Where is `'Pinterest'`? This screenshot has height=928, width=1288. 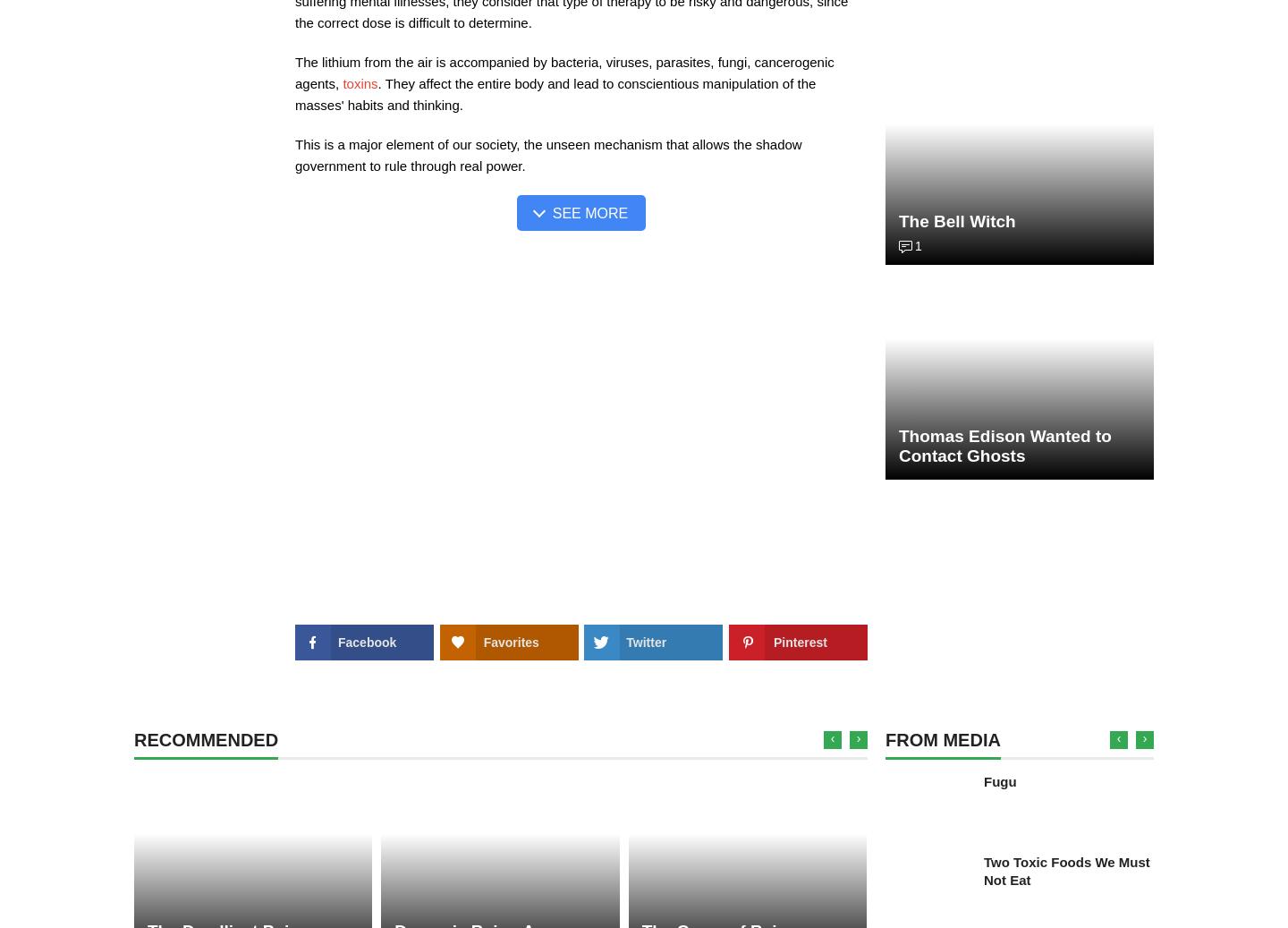 'Pinterest' is located at coordinates (798, 643).